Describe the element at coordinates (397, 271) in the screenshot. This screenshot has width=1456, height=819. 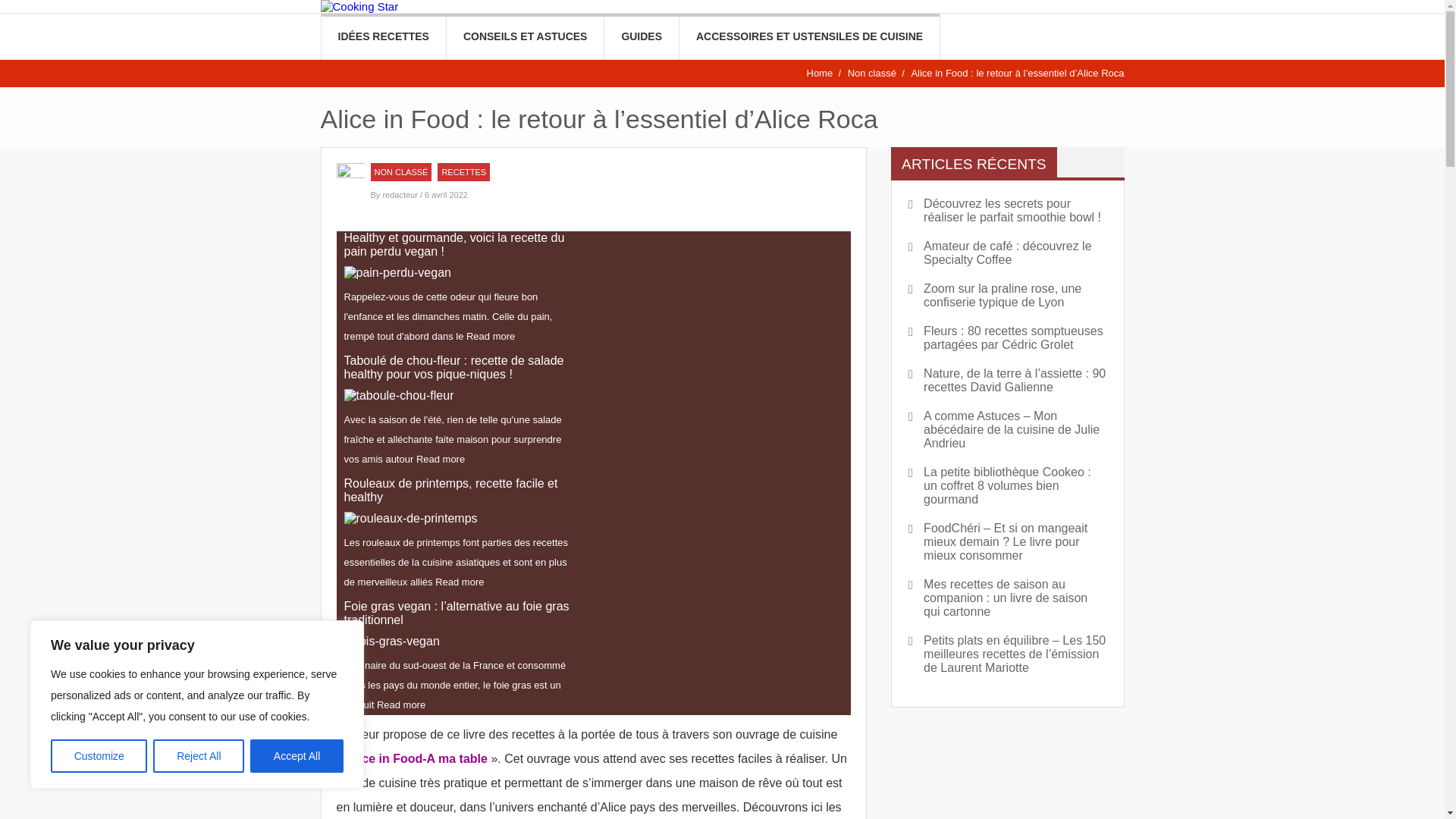
I see `'Healthy et gourmande, voici la recette du pain perdu vegan !'` at that location.